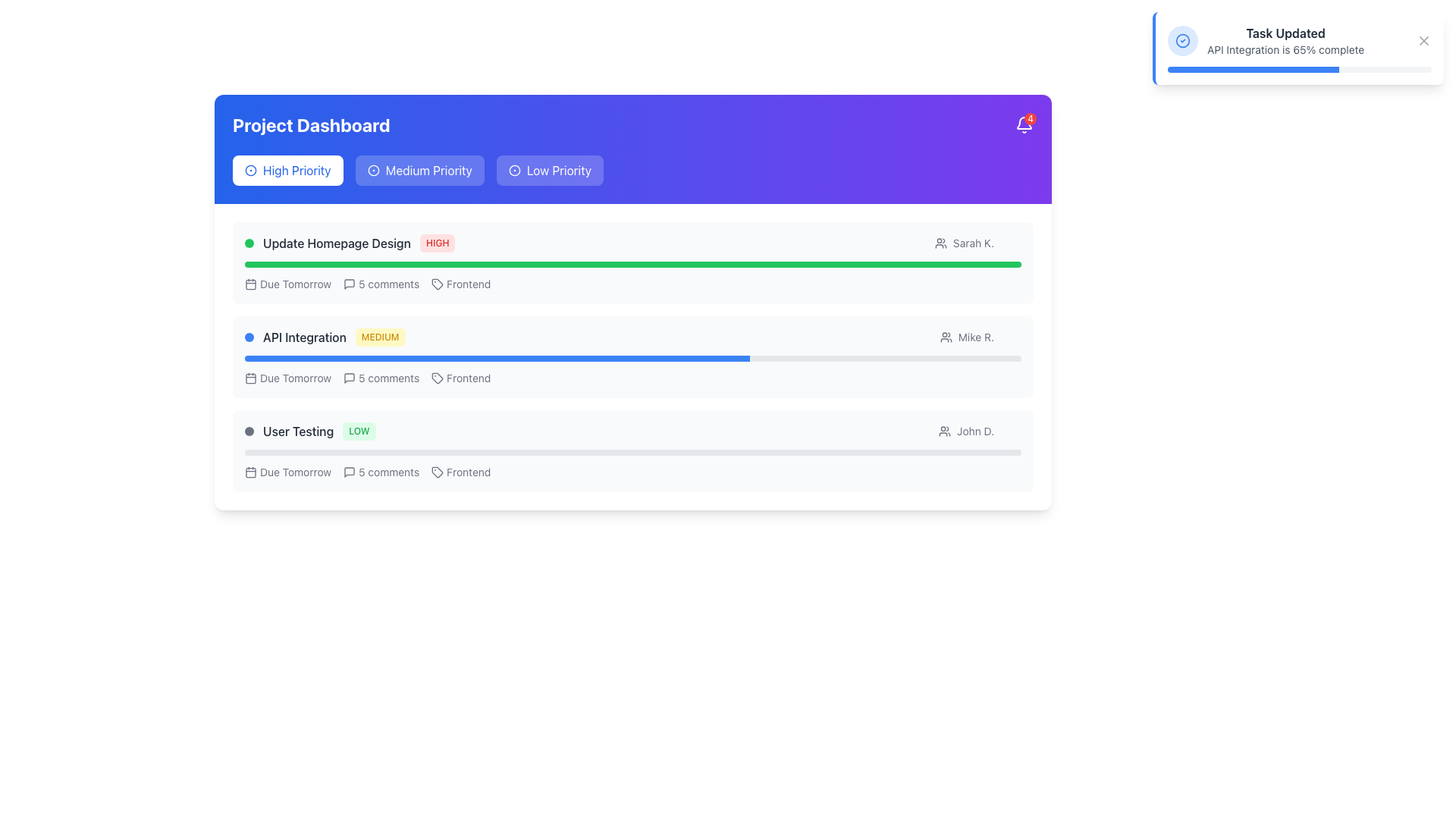 The image size is (1456, 819). Describe the element at coordinates (633, 263) in the screenshot. I see `the progress bar indicating task progress in the 'Update Homepage Design' card` at that location.